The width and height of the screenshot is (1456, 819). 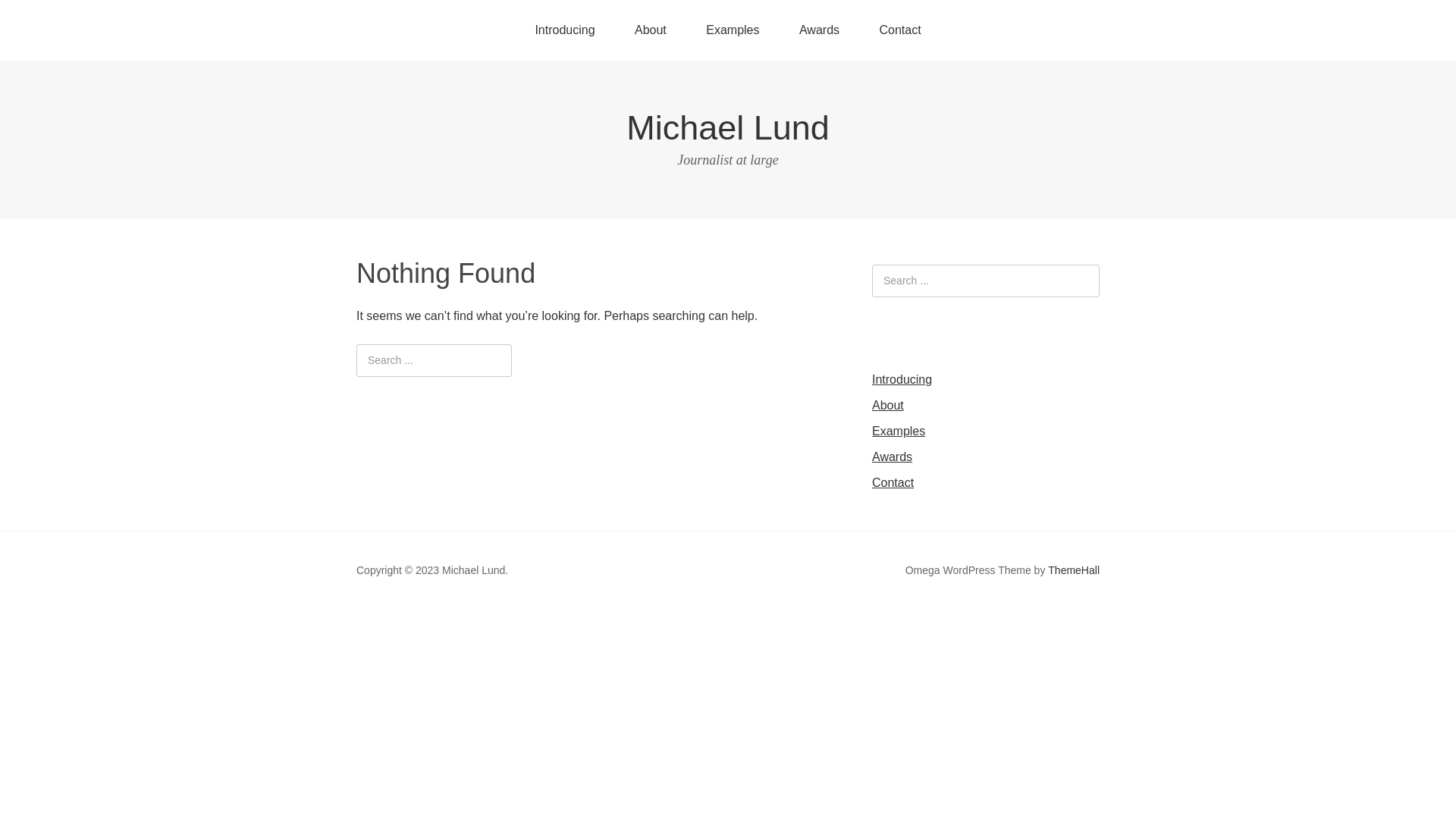 What do you see at coordinates (888, 404) in the screenshot?
I see `'About'` at bounding box center [888, 404].